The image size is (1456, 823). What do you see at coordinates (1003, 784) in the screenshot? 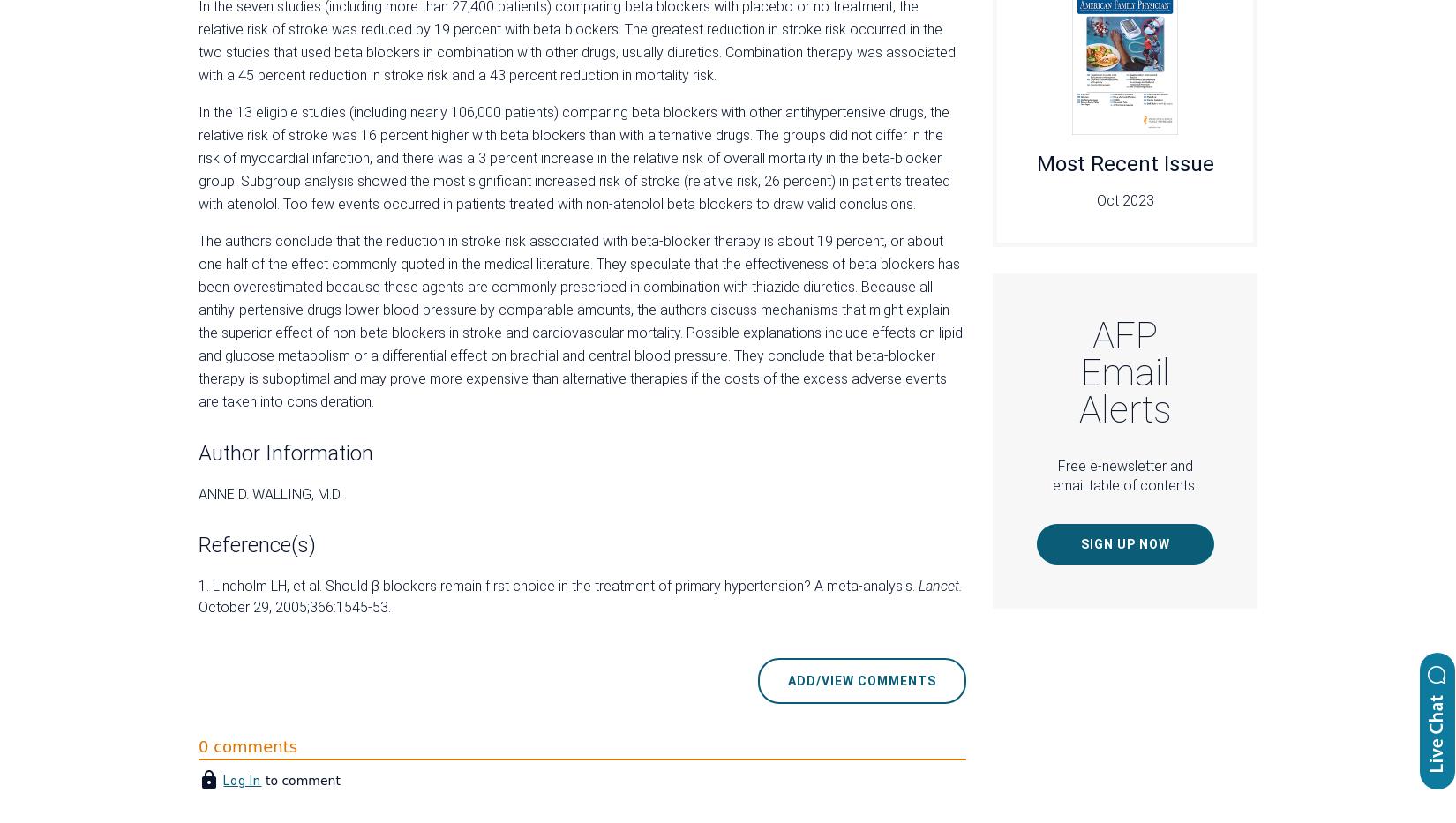
I see `'EBM Toolkit'` at bounding box center [1003, 784].